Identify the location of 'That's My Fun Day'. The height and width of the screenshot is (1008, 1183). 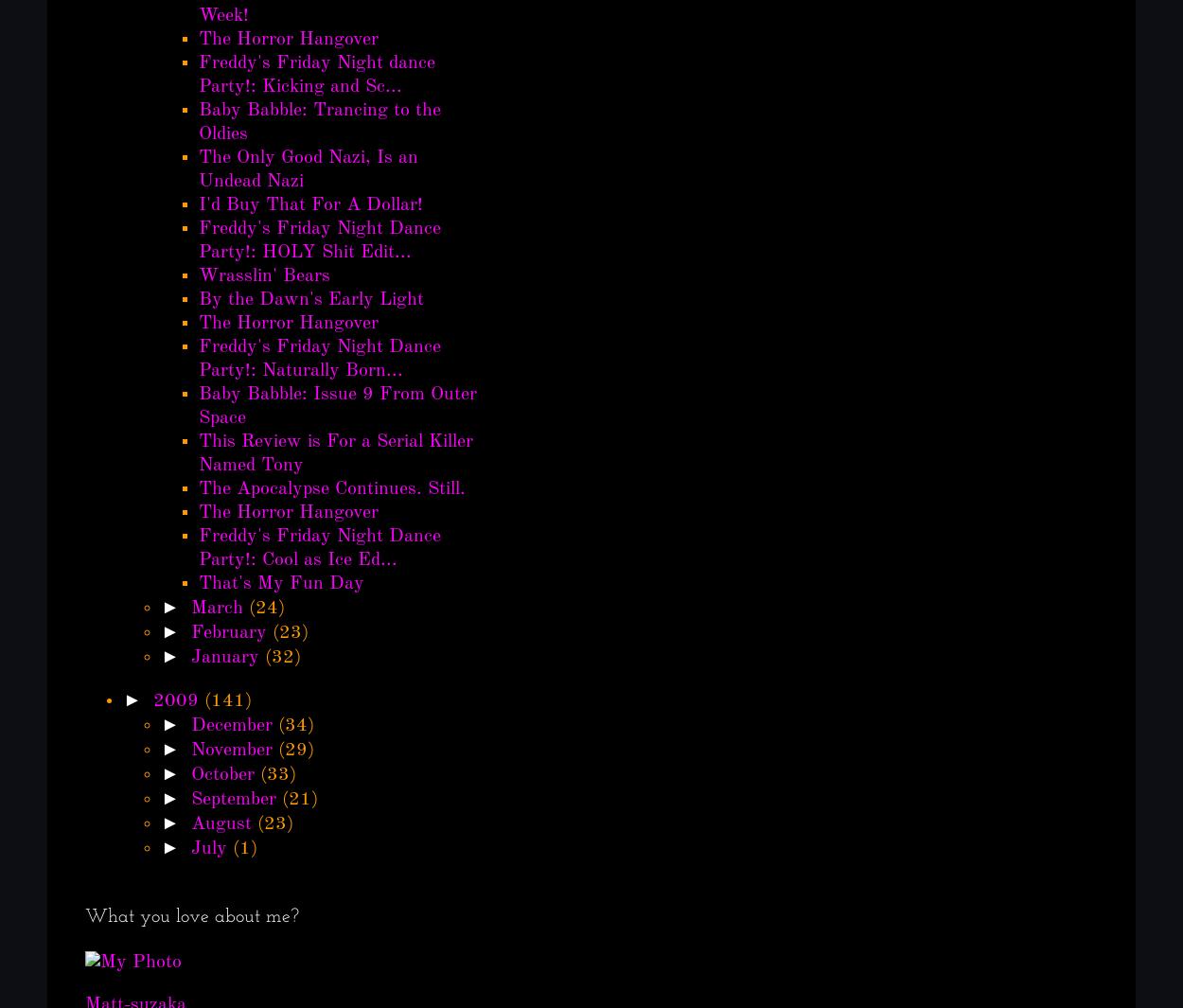
(281, 583).